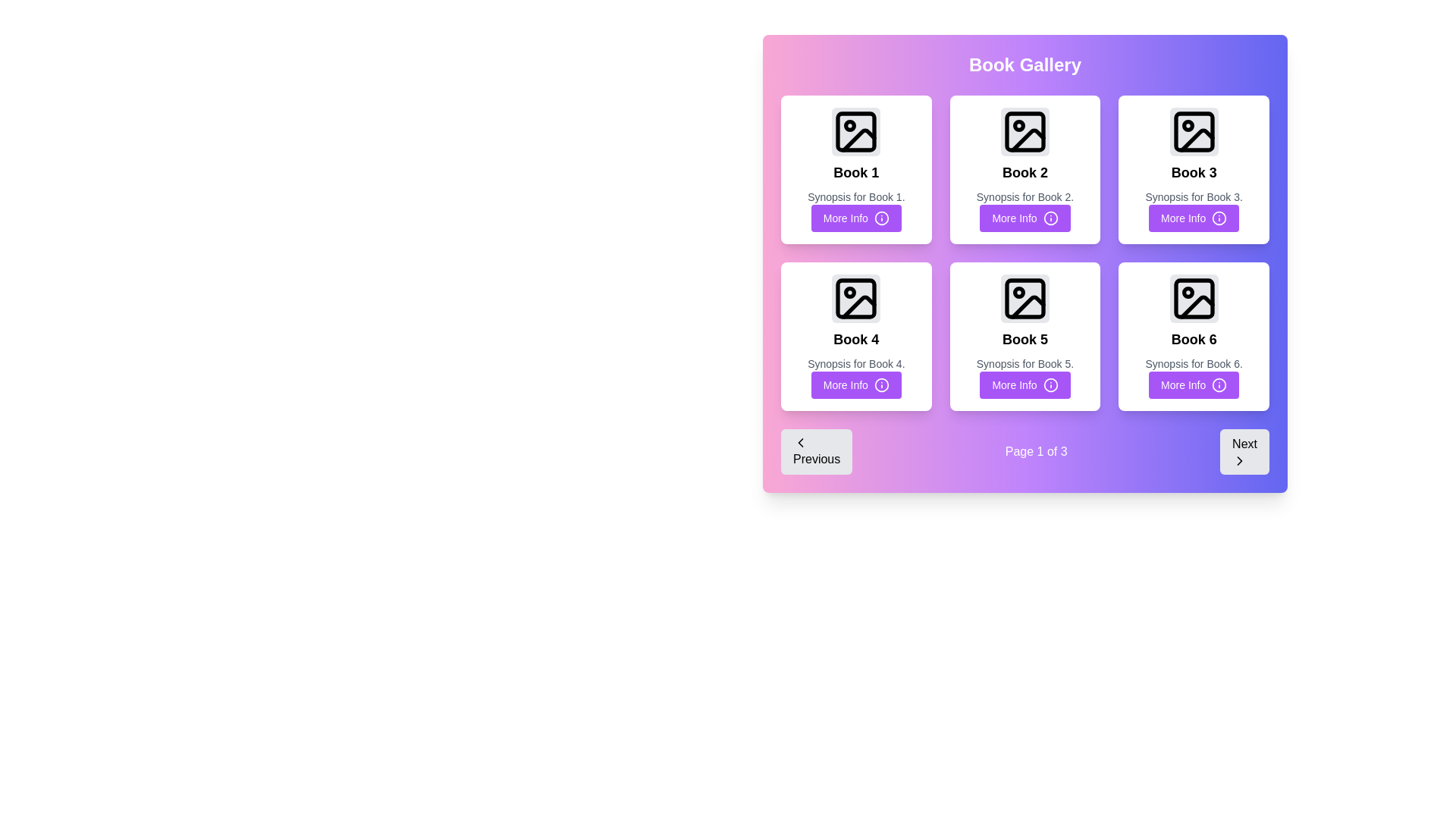 The width and height of the screenshot is (1456, 819). I want to click on the image placeholder icon with a black outline and rounded corners, located at the center of the card for 'Book 5' in the gallery interface, so click(1025, 298).